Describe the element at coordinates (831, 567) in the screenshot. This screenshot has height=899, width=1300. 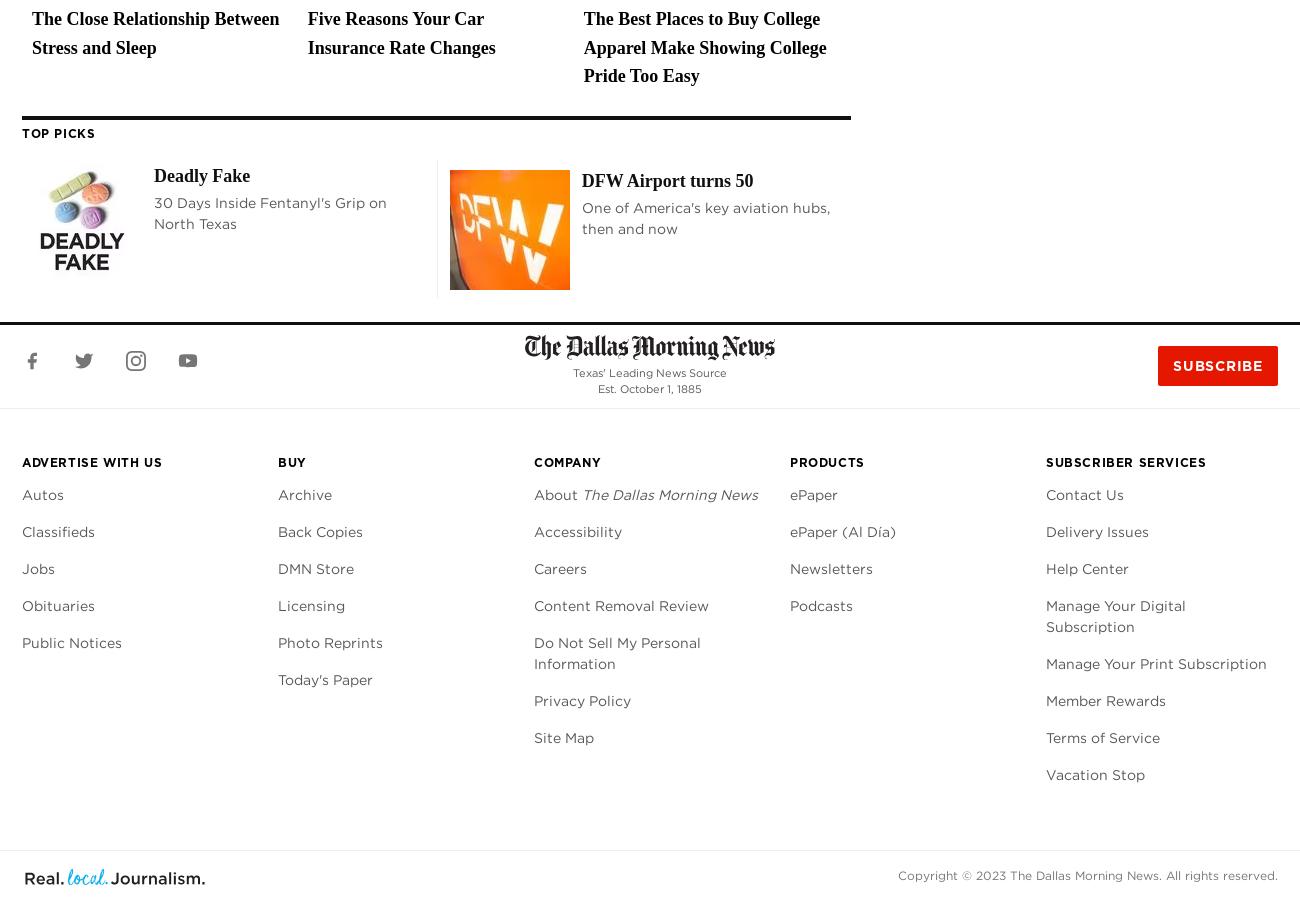
I see `'Newsletters'` at that location.